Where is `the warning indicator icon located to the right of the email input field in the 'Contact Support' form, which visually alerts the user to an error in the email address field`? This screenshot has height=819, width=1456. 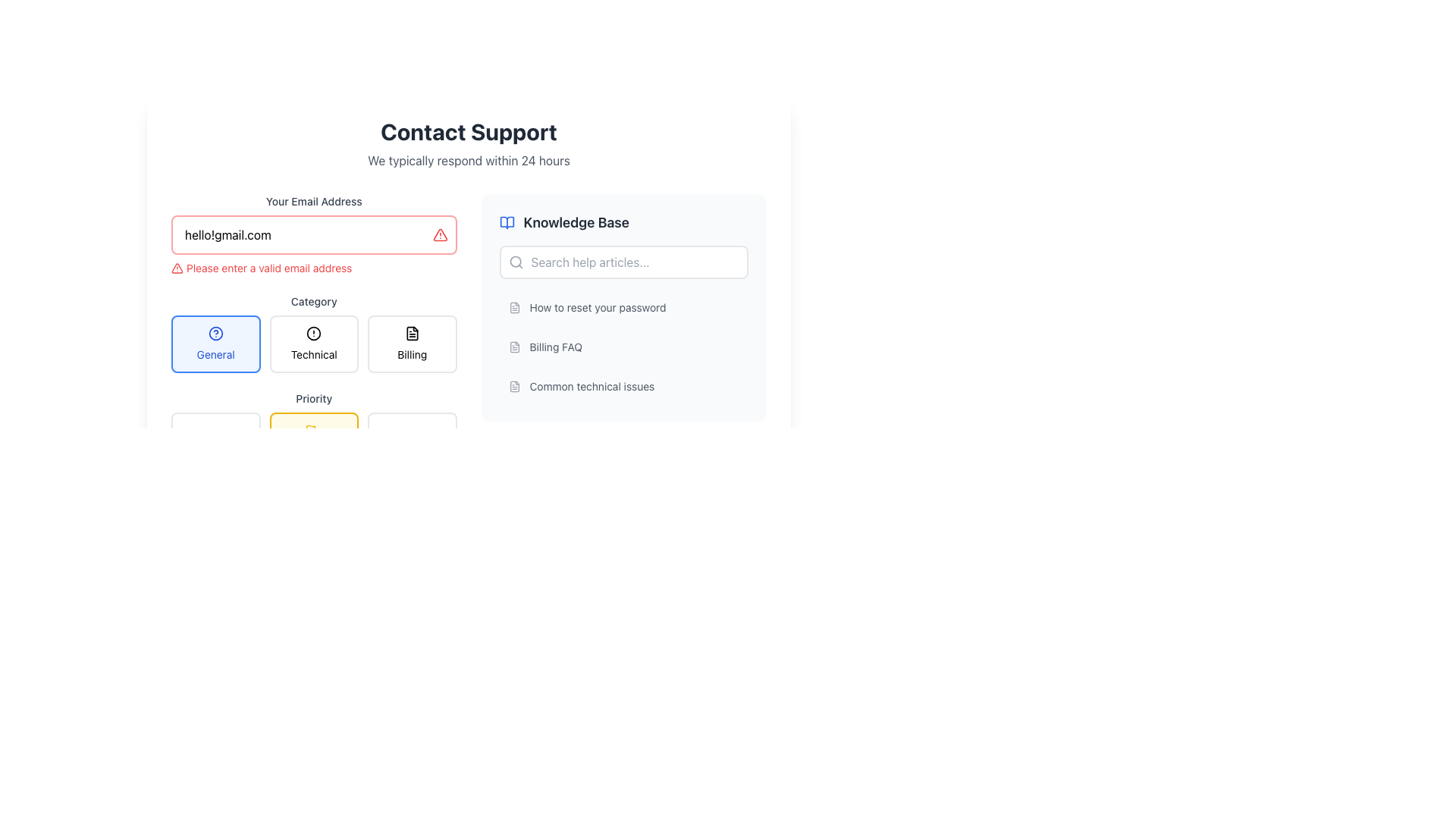 the warning indicator icon located to the right of the email input field in the 'Contact Support' form, which visually alerts the user to an error in the email address field is located at coordinates (439, 234).